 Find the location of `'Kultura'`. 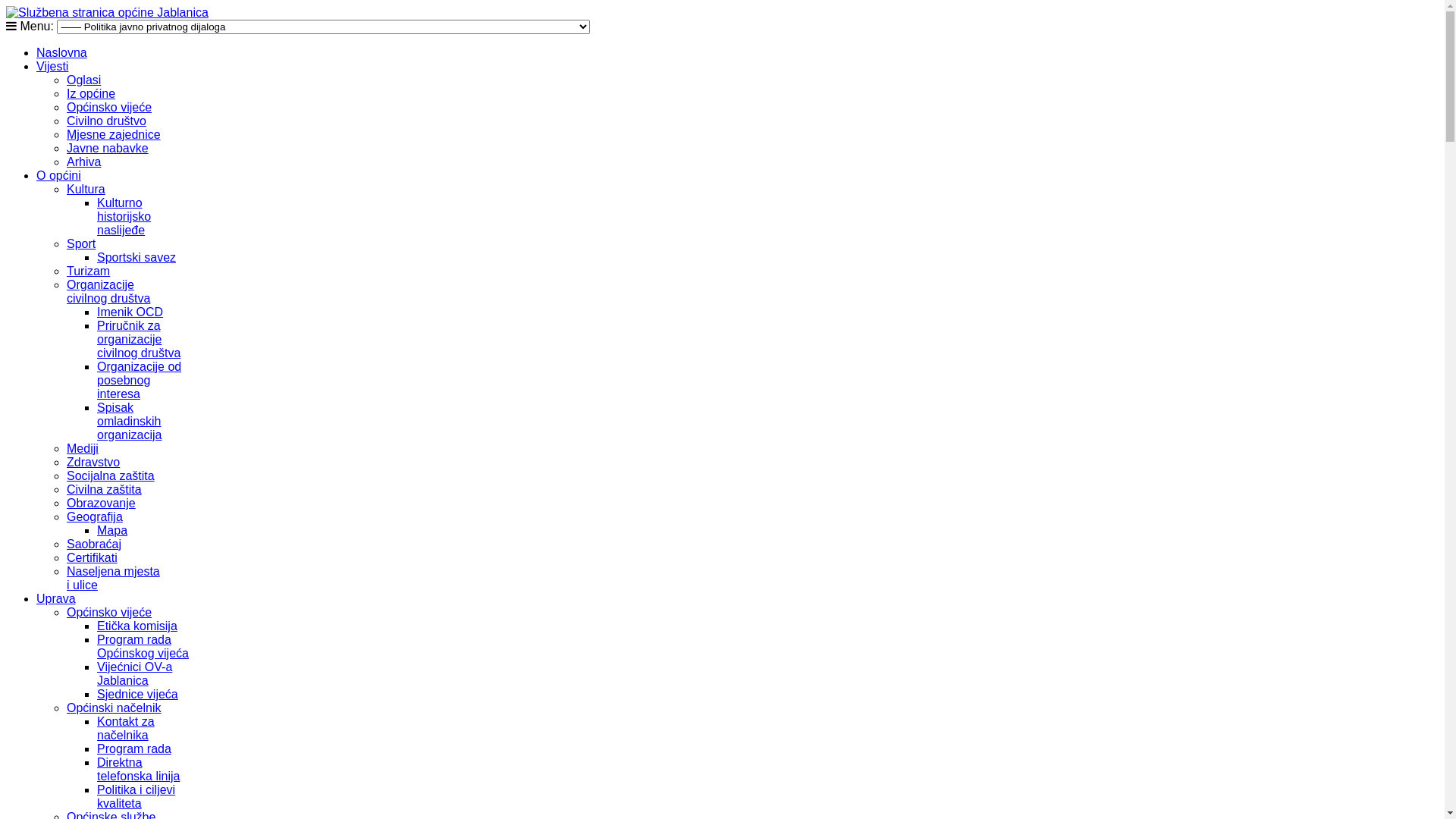

'Kultura' is located at coordinates (85, 188).